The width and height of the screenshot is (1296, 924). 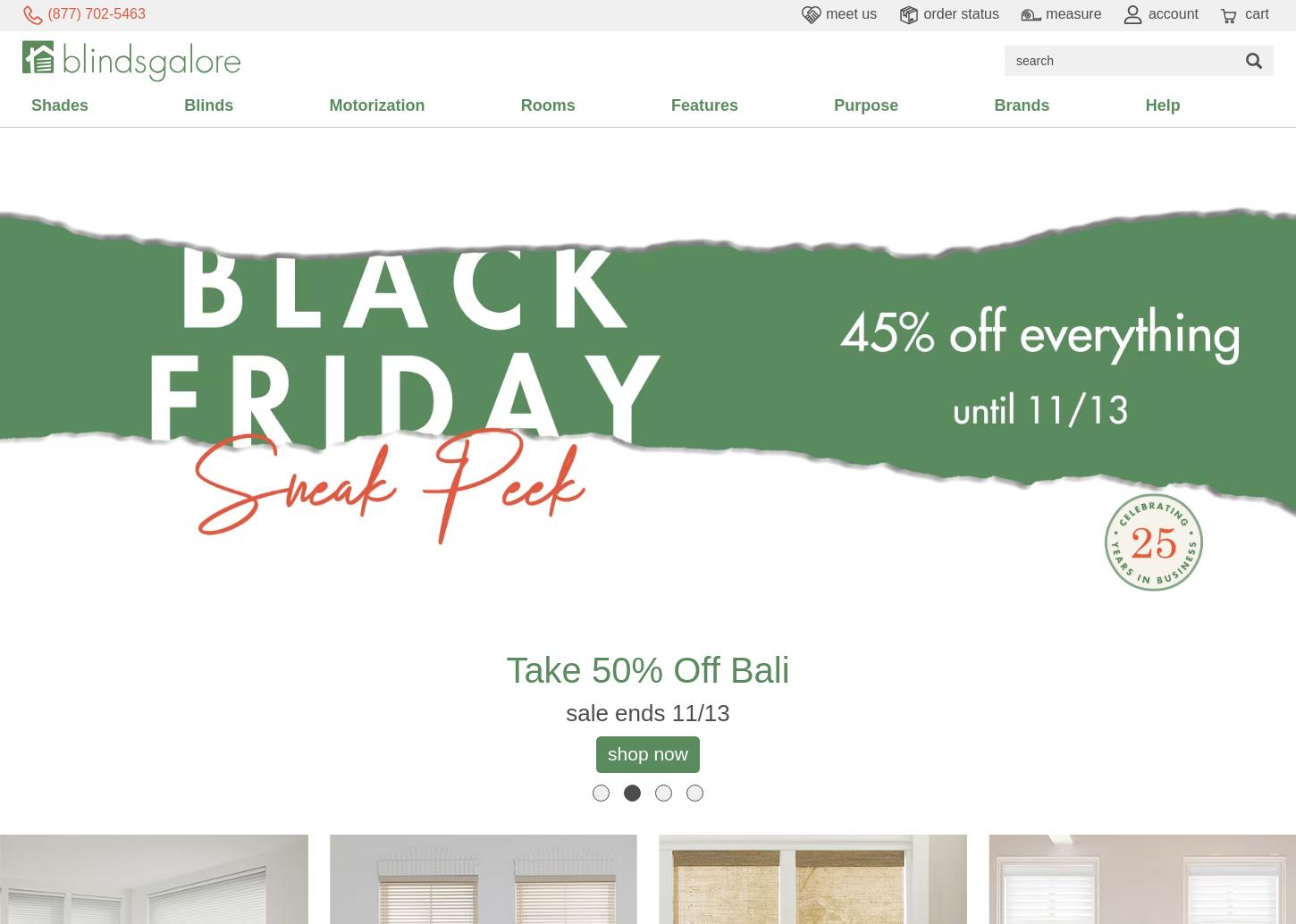 I want to click on 'Purpose', so click(x=866, y=105).